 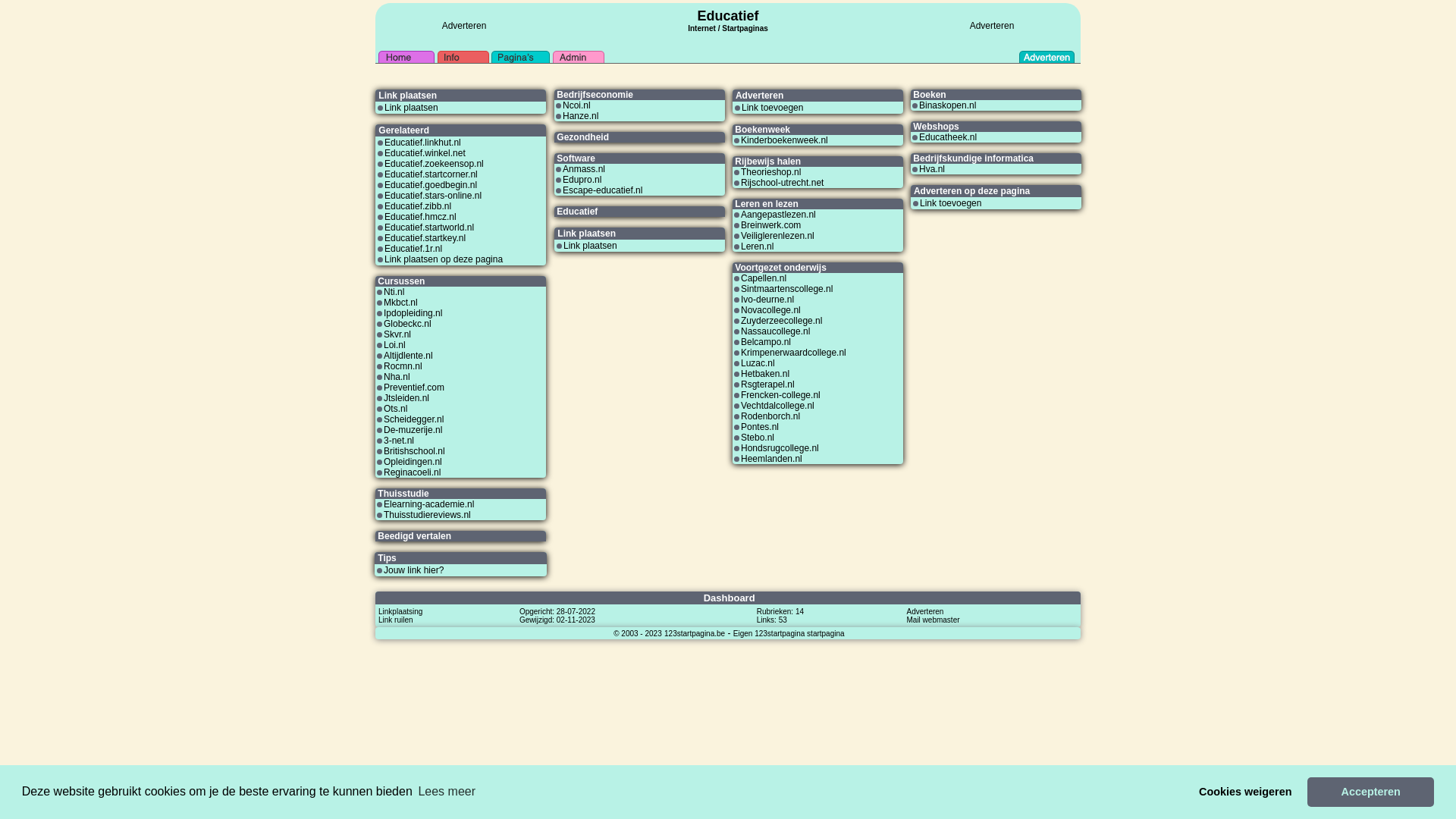 I want to click on 'Vechtdalcollege.nl', so click(x=777, y=405).